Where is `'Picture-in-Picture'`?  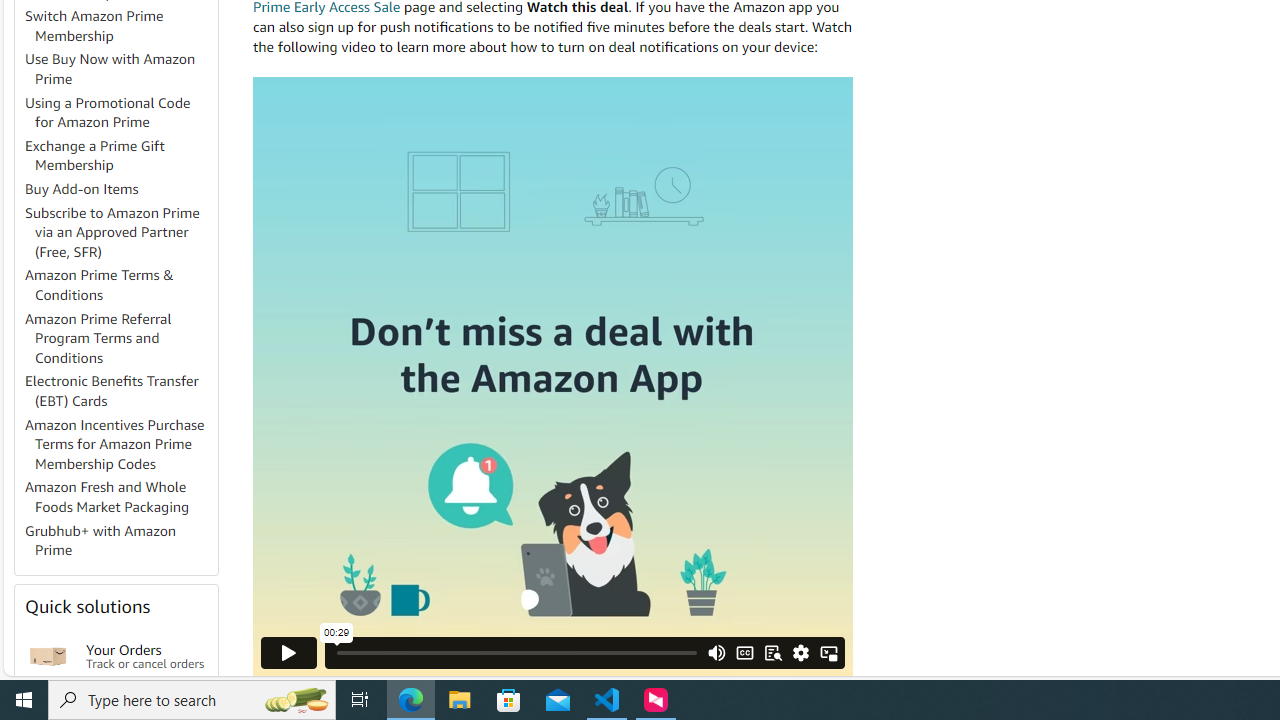 'Picture-in-Picture' is located at coordinates (828, 652).